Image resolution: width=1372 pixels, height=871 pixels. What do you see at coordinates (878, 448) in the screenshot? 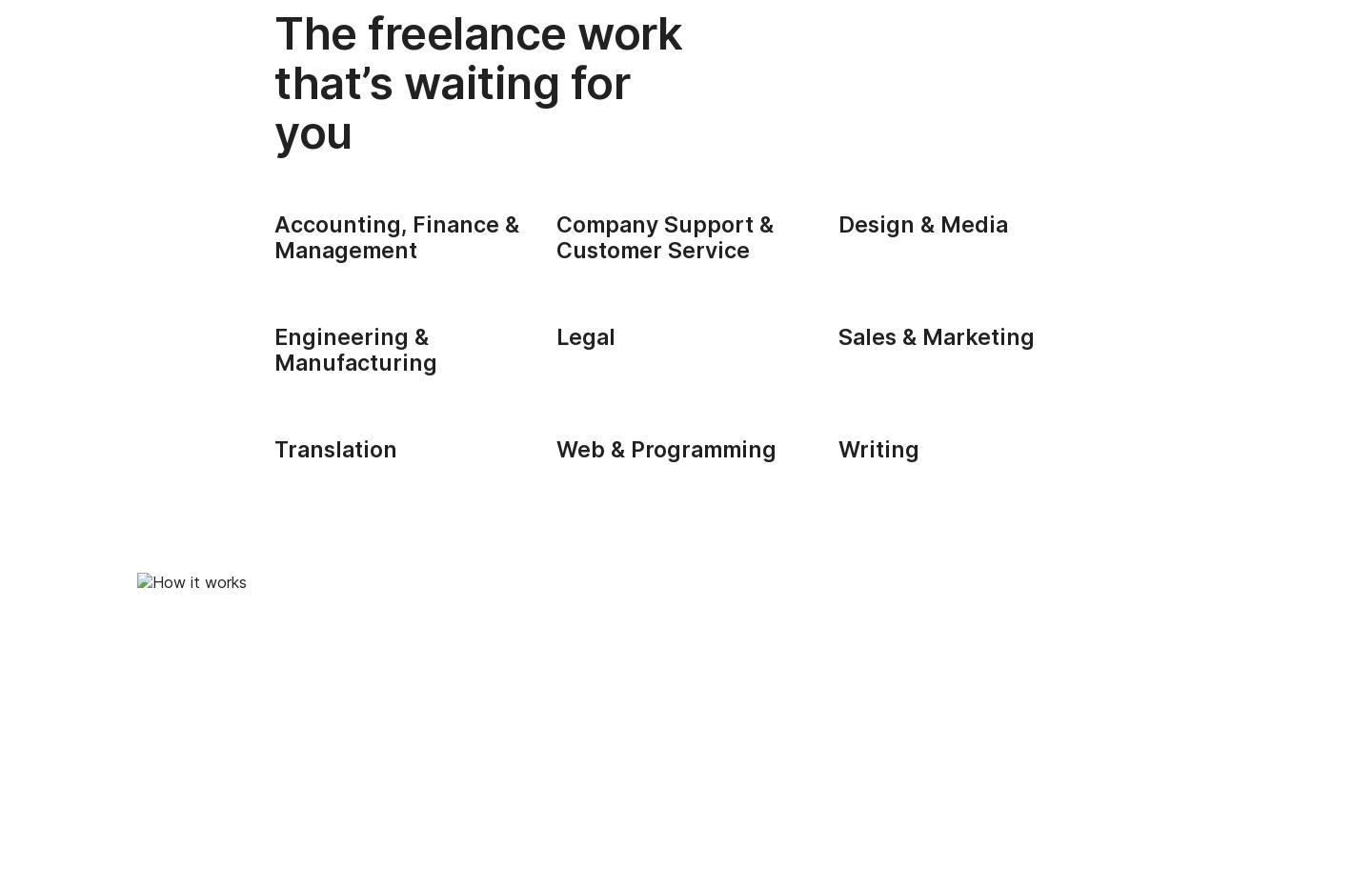
I see `'Writing'` at bounding box center [878, 448].